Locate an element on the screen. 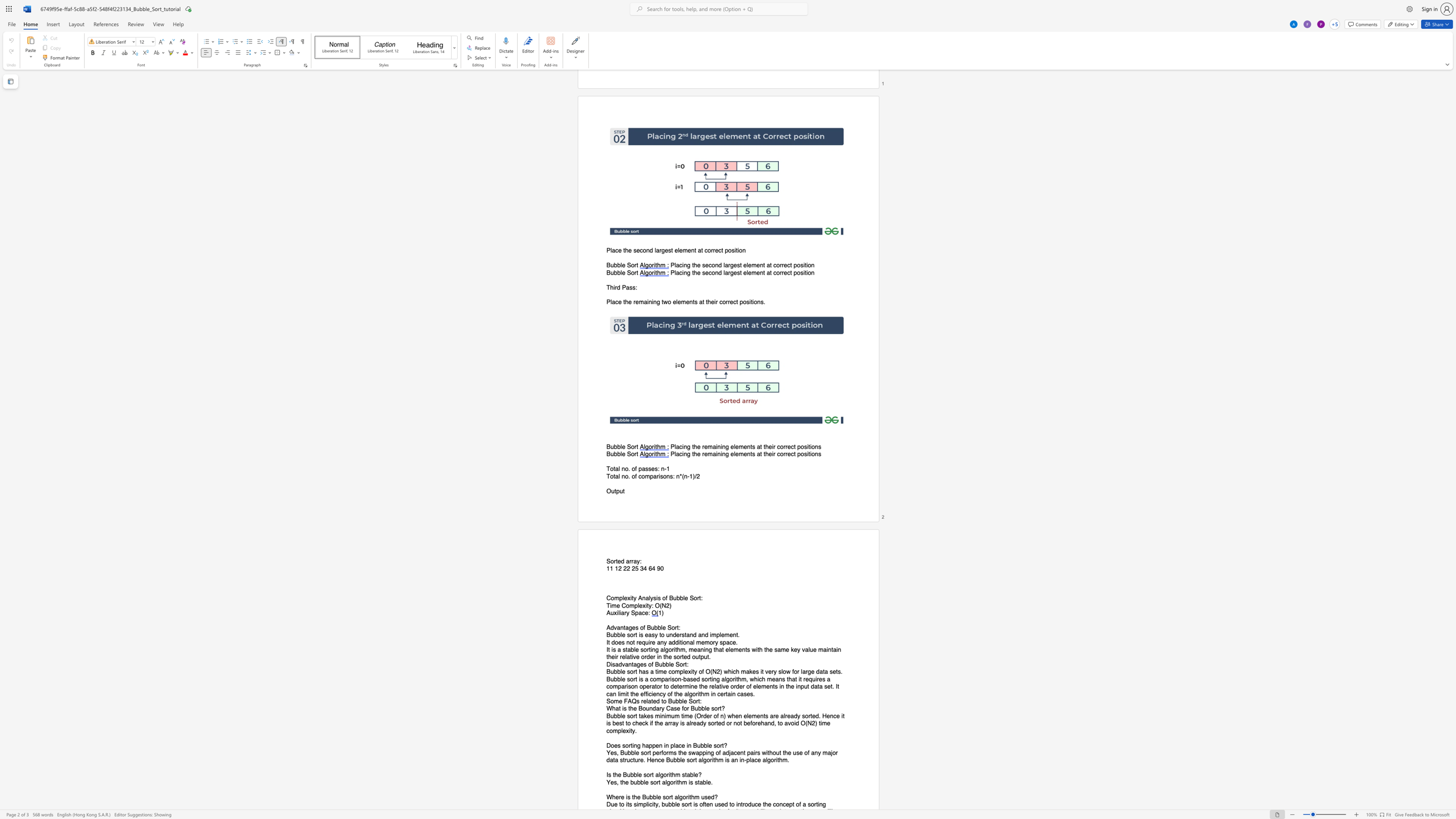  the 1th character "I" in the text is located at coordinates (606, 642).